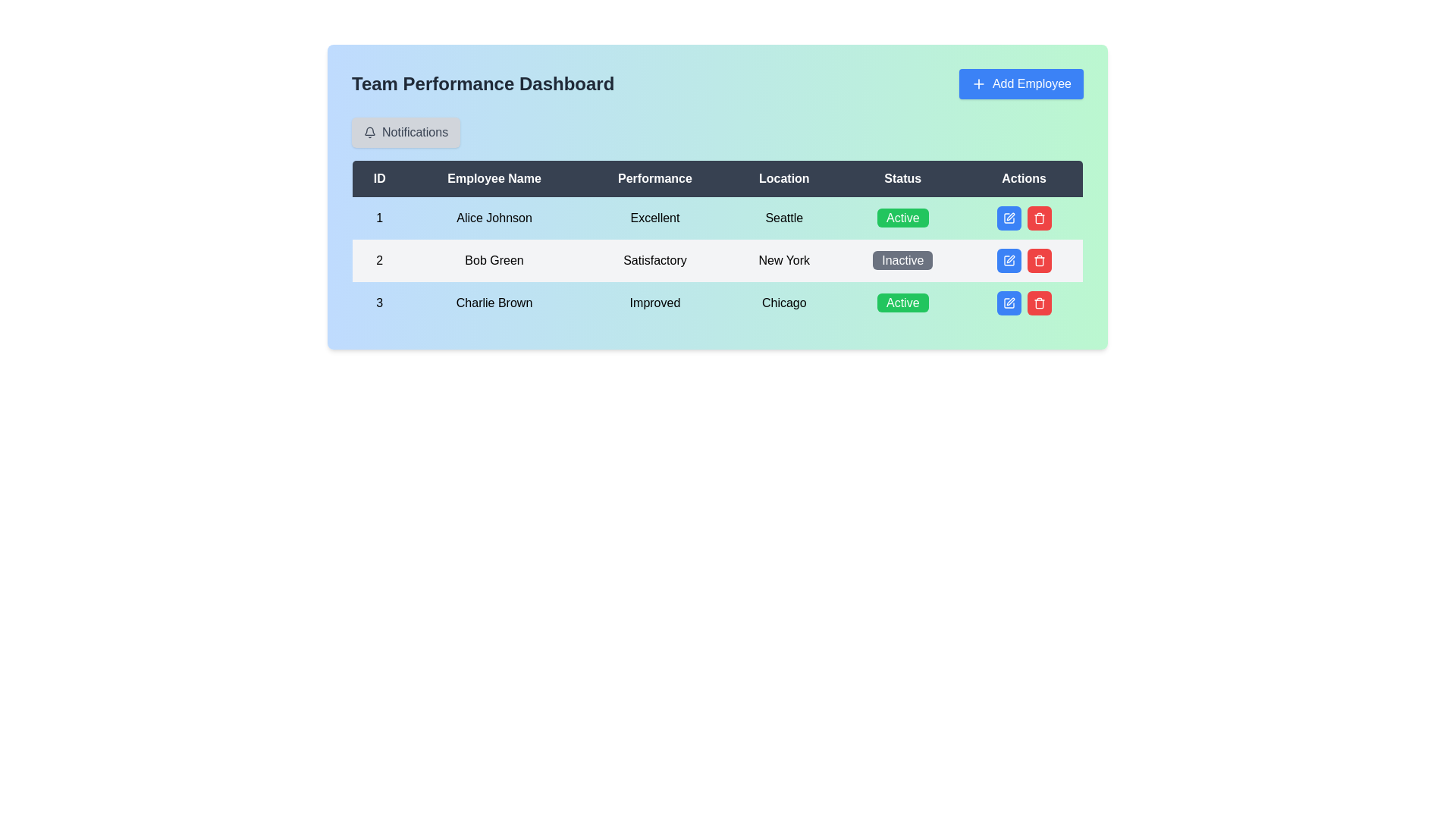 The width and height of the screenshot is (1456, 819). Describe the element at coordinates (370, 131) in the screenshot. I see `the bell icon element, which is a small gray outline bell symbol located inside the 'Notifications' button` at that location.